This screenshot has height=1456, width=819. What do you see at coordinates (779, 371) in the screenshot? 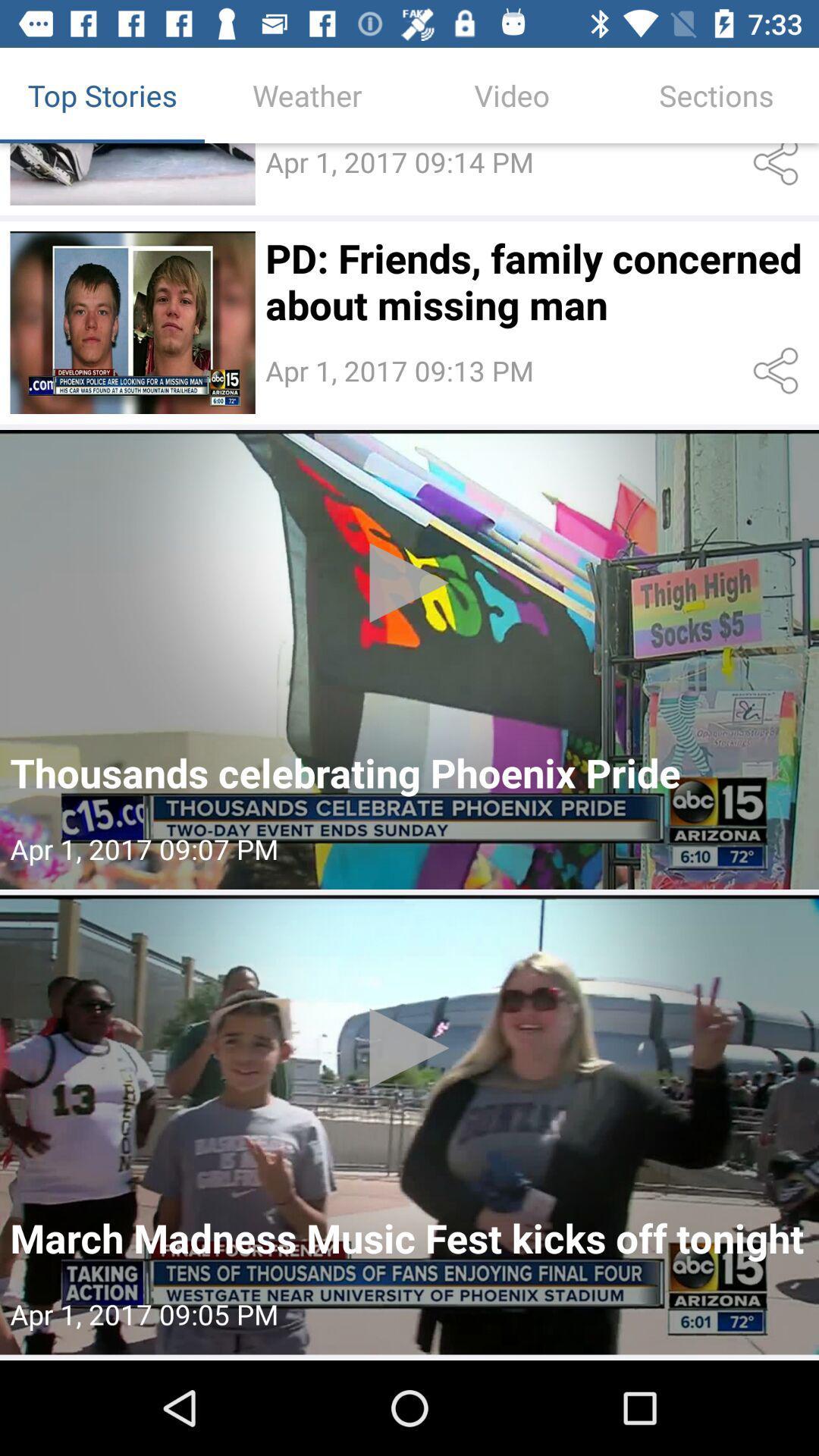
I see `share article` at bounding box center [779, 371].